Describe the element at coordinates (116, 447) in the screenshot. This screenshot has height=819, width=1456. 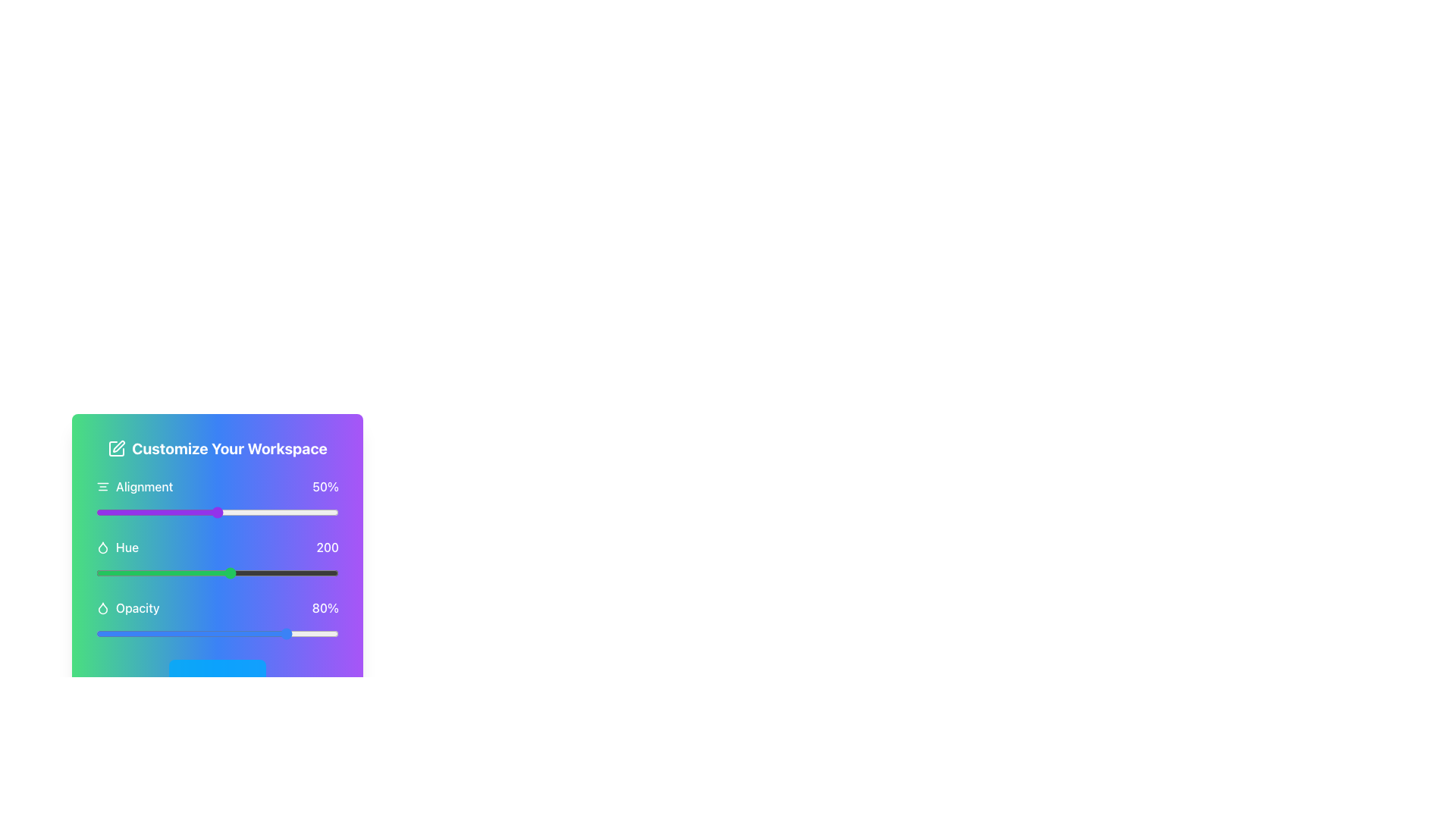
I see `the square portion of the editing icon in the top-left corner of the 'Customize Your Workspace' modal` at that location.